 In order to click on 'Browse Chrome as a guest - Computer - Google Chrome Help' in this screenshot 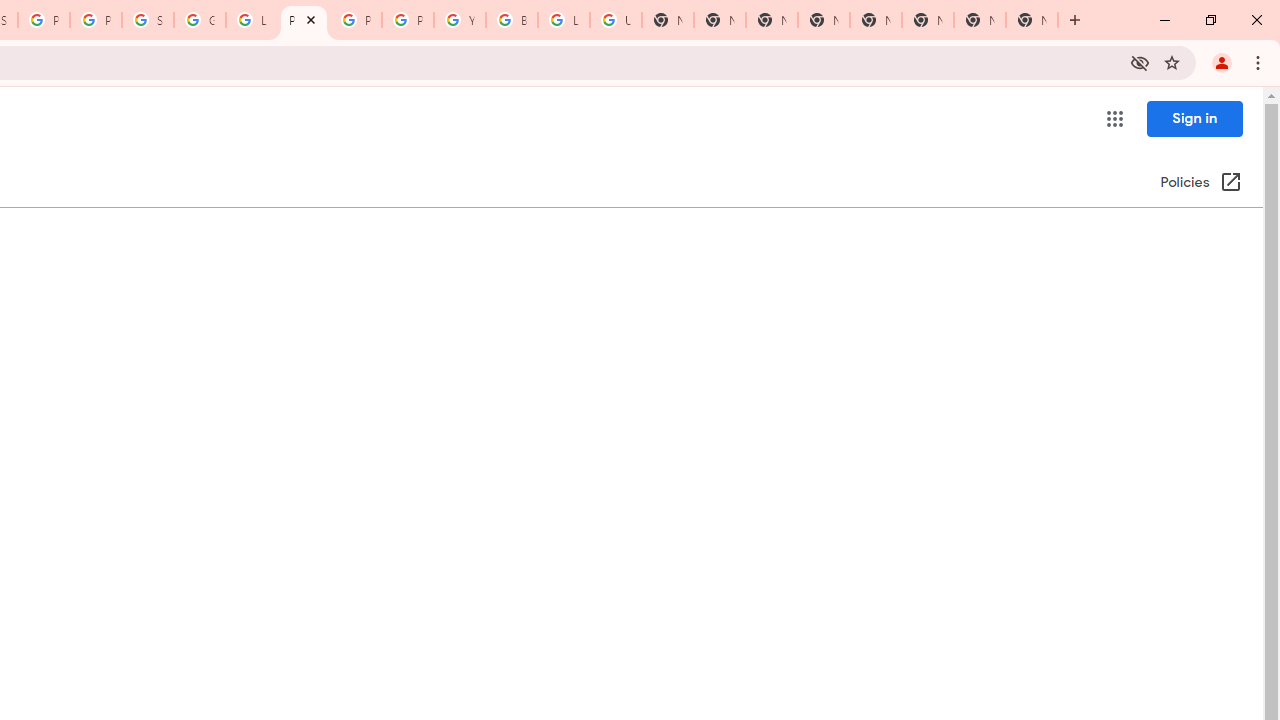, I will do `click(512, 20)`.